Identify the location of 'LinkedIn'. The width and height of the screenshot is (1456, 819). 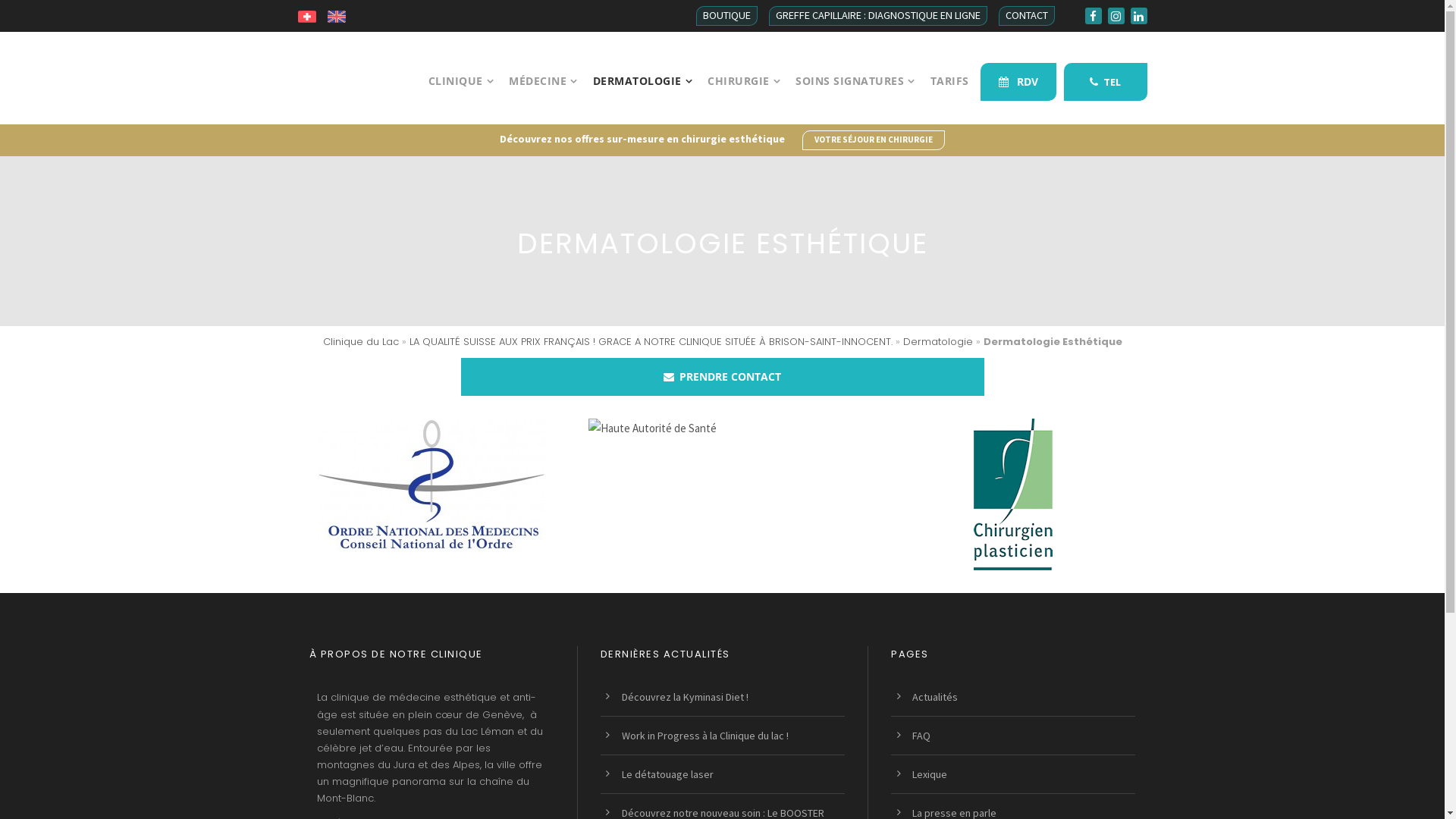
(1138, 15).